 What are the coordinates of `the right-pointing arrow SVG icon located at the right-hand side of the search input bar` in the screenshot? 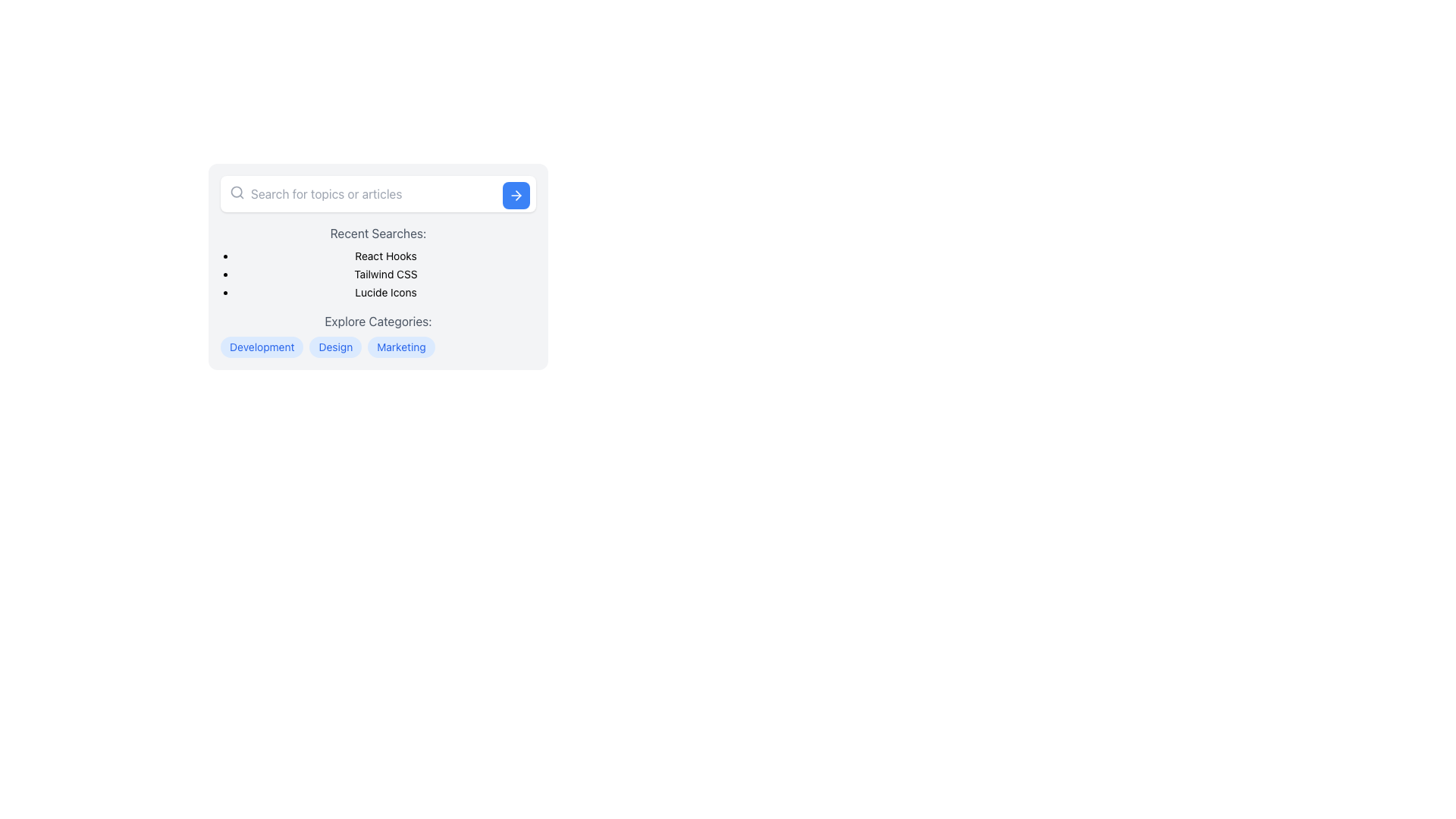 It's located at (518, 195).